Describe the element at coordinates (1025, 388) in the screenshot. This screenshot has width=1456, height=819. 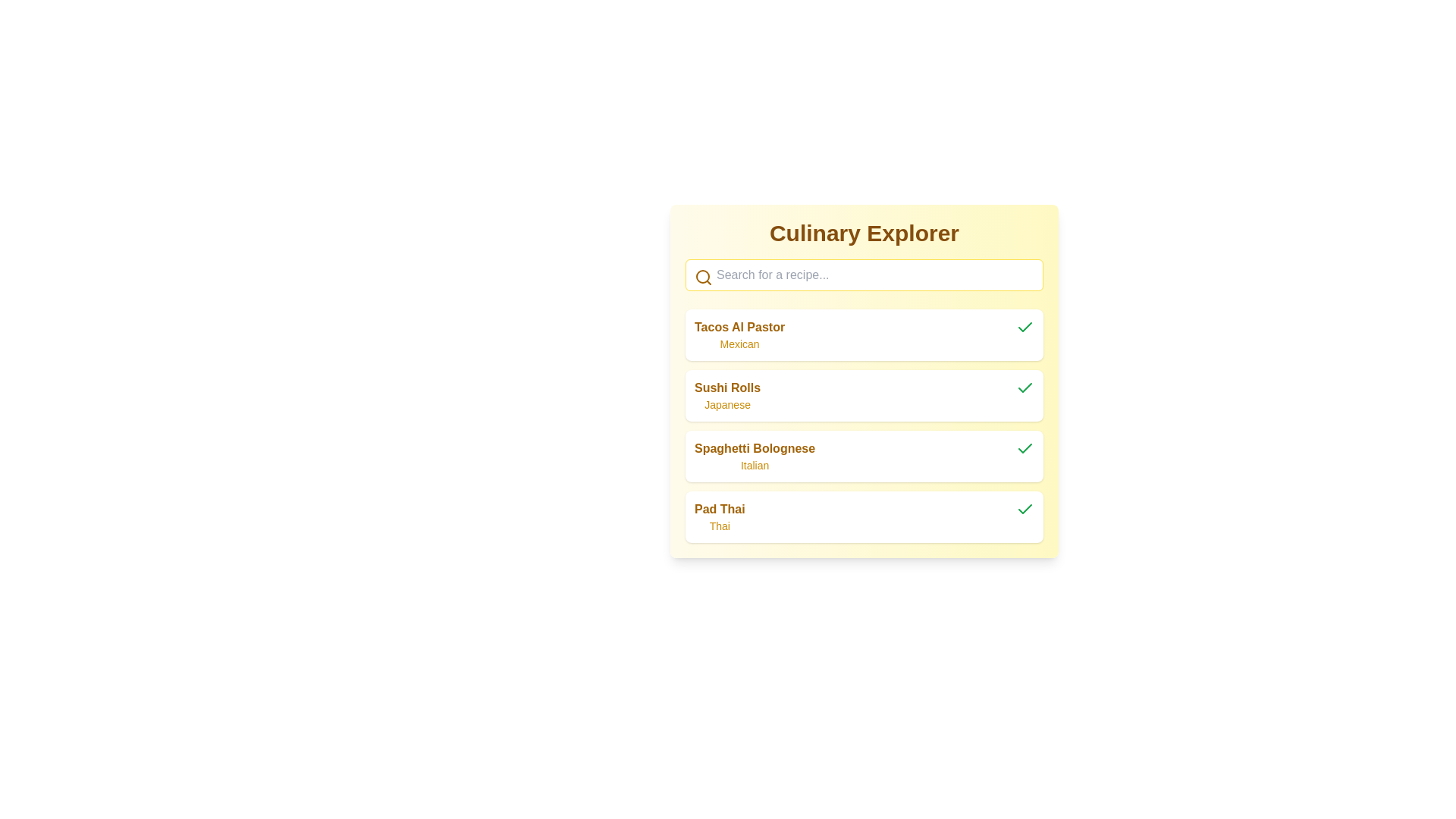
I see `the green checkmark icon located at the far right of the 'Sushi Rolls Japanese' row` at that location.